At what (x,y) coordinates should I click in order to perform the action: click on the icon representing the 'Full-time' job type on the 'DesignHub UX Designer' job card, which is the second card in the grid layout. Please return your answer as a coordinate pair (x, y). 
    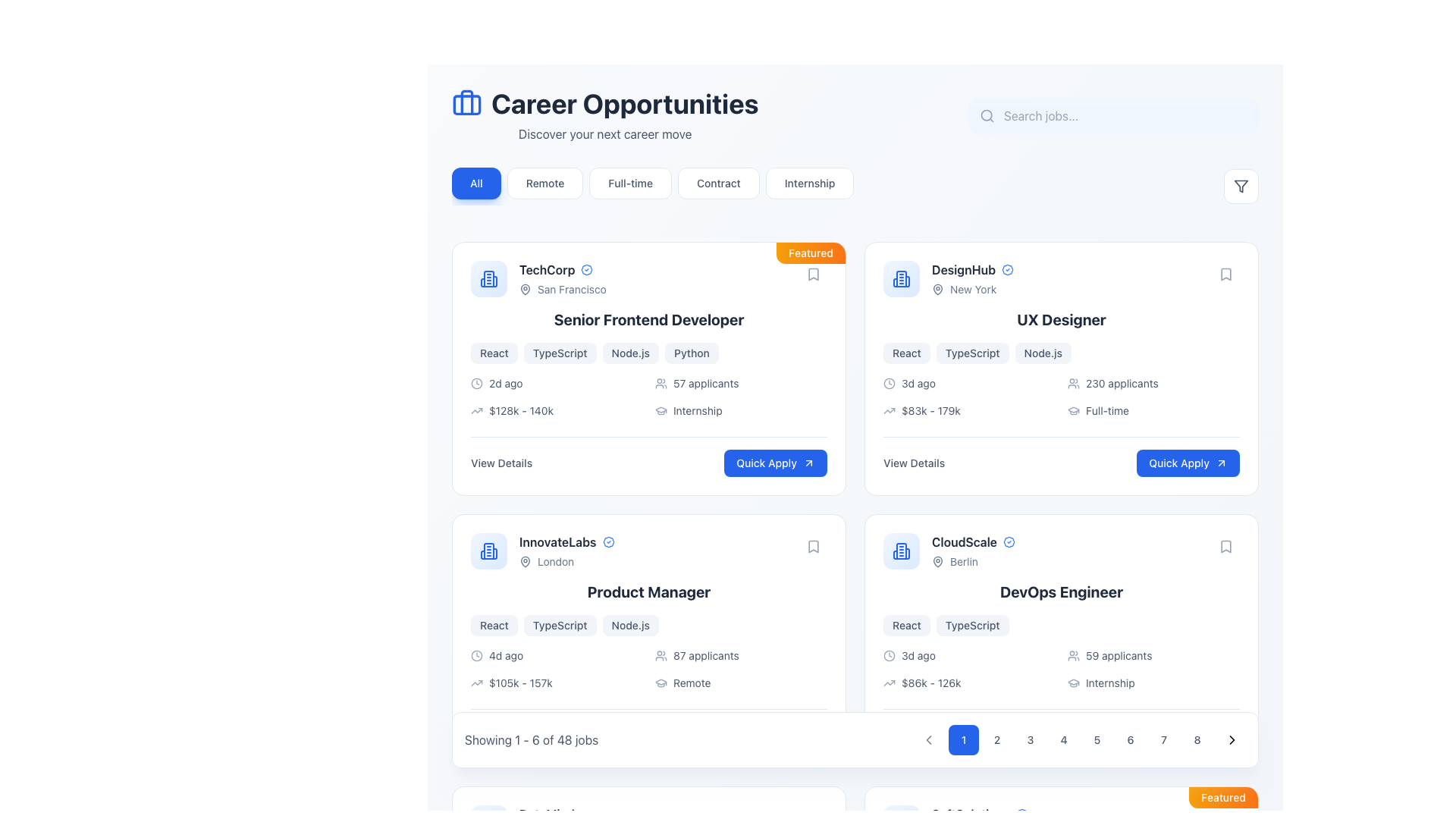
    Looking at the image, I should click on (1073, 411).